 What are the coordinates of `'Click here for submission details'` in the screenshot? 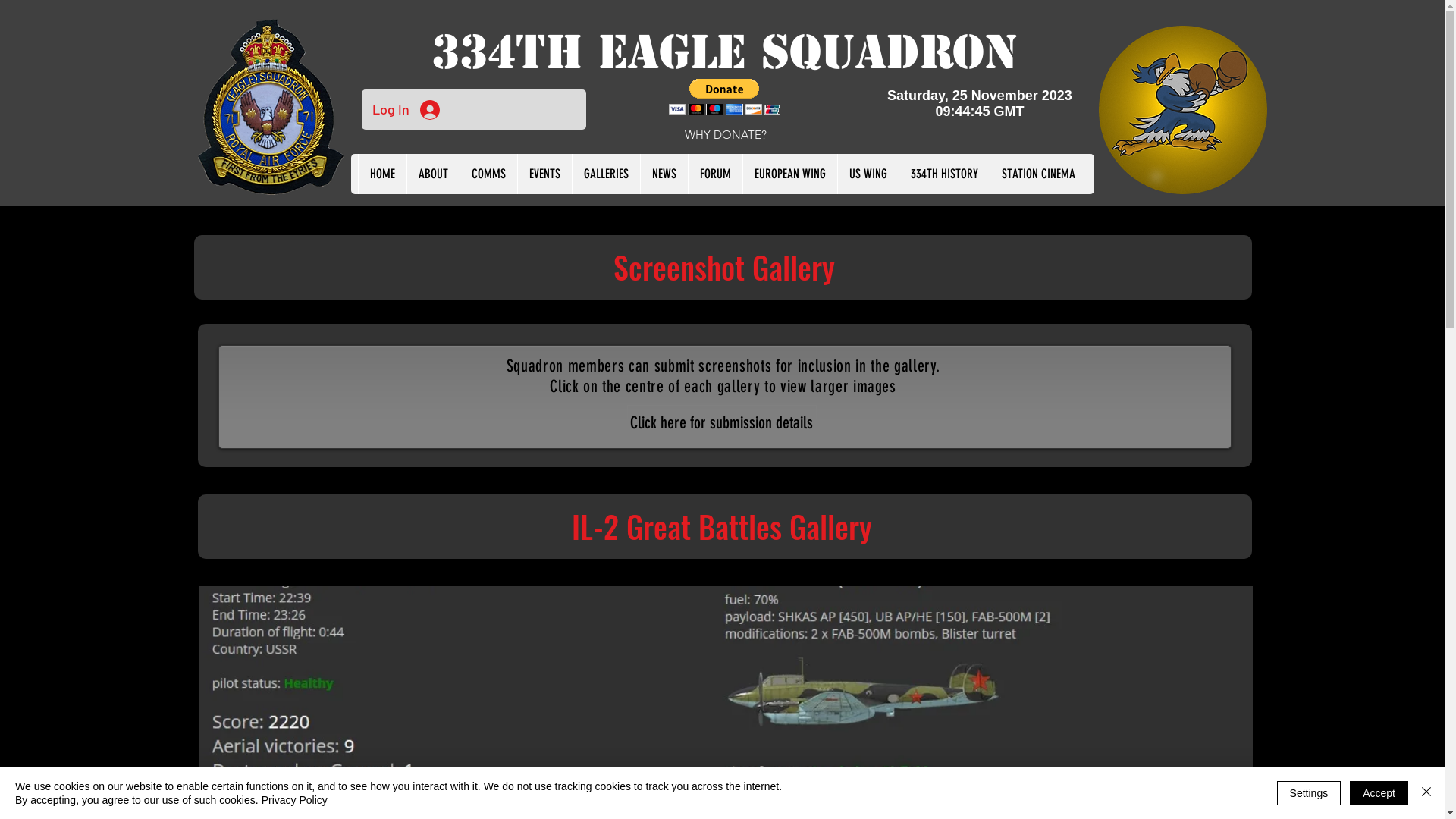 It's located at (720, 422).